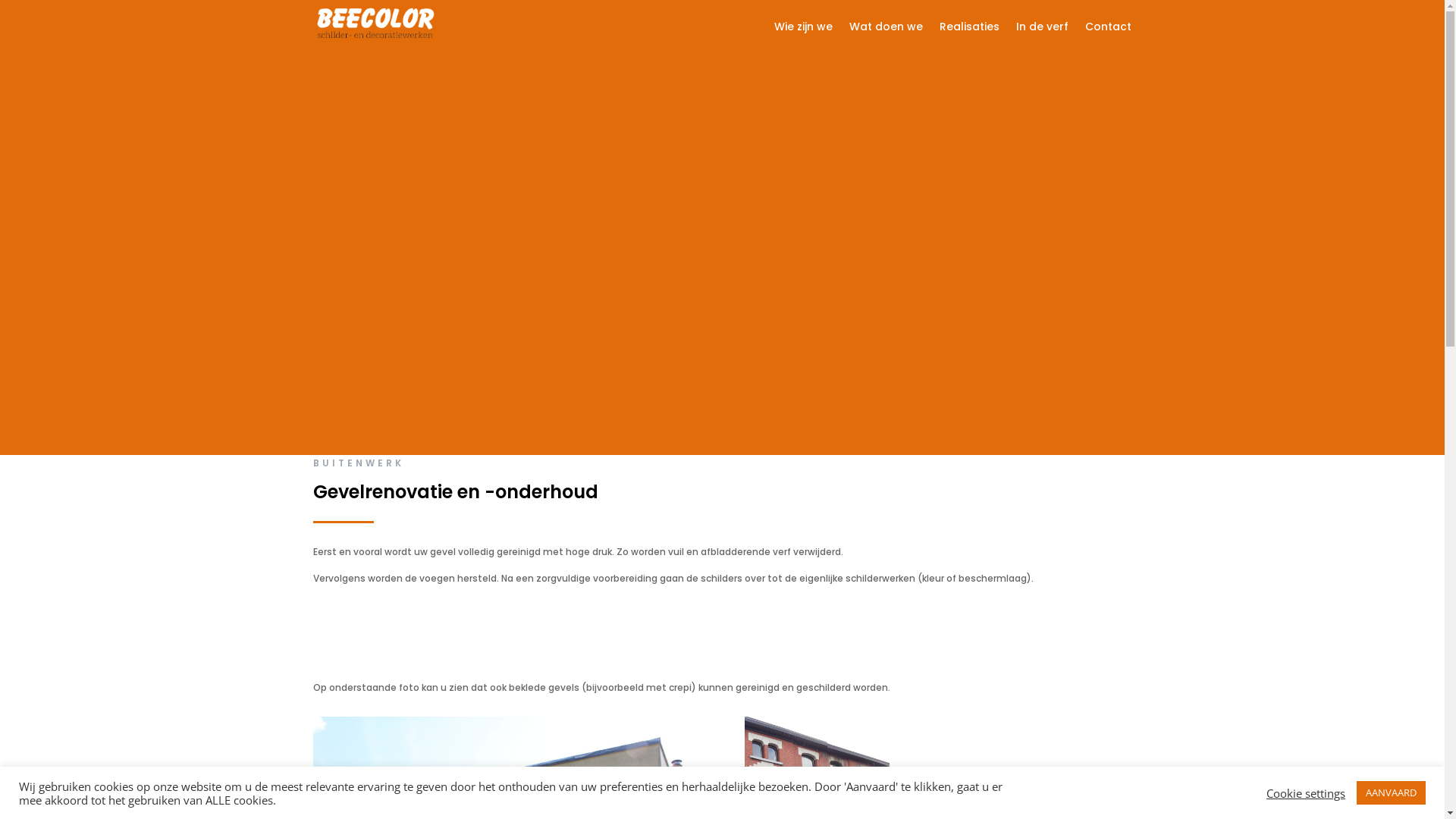  Describe the element at coordinates (1391, 792) in the screenshot. I see `'AANVAARD'` at that location.